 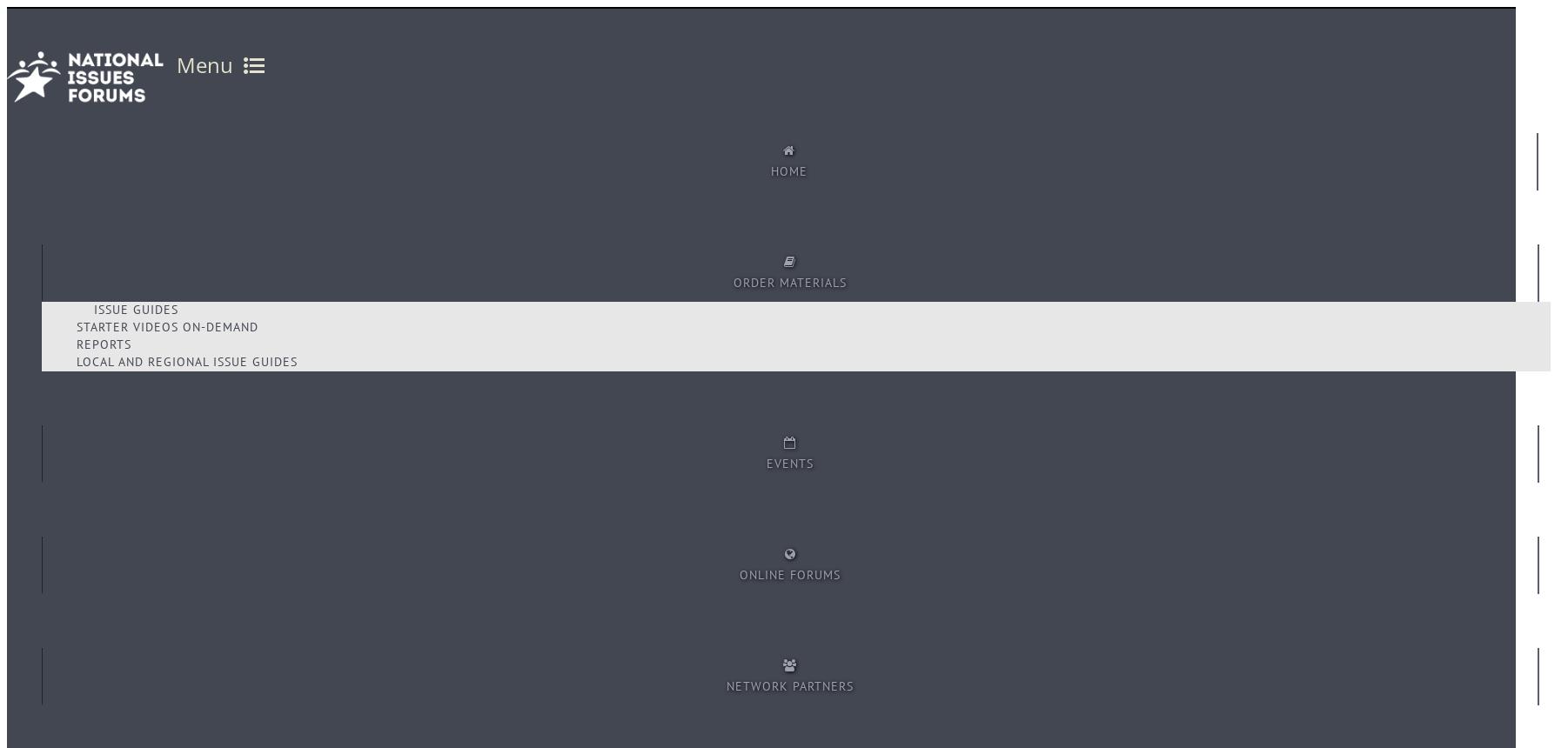 What do you see at coordinates (787, 170) in the screenshot?
I see `'Home'` at bounding box center [787, 170].